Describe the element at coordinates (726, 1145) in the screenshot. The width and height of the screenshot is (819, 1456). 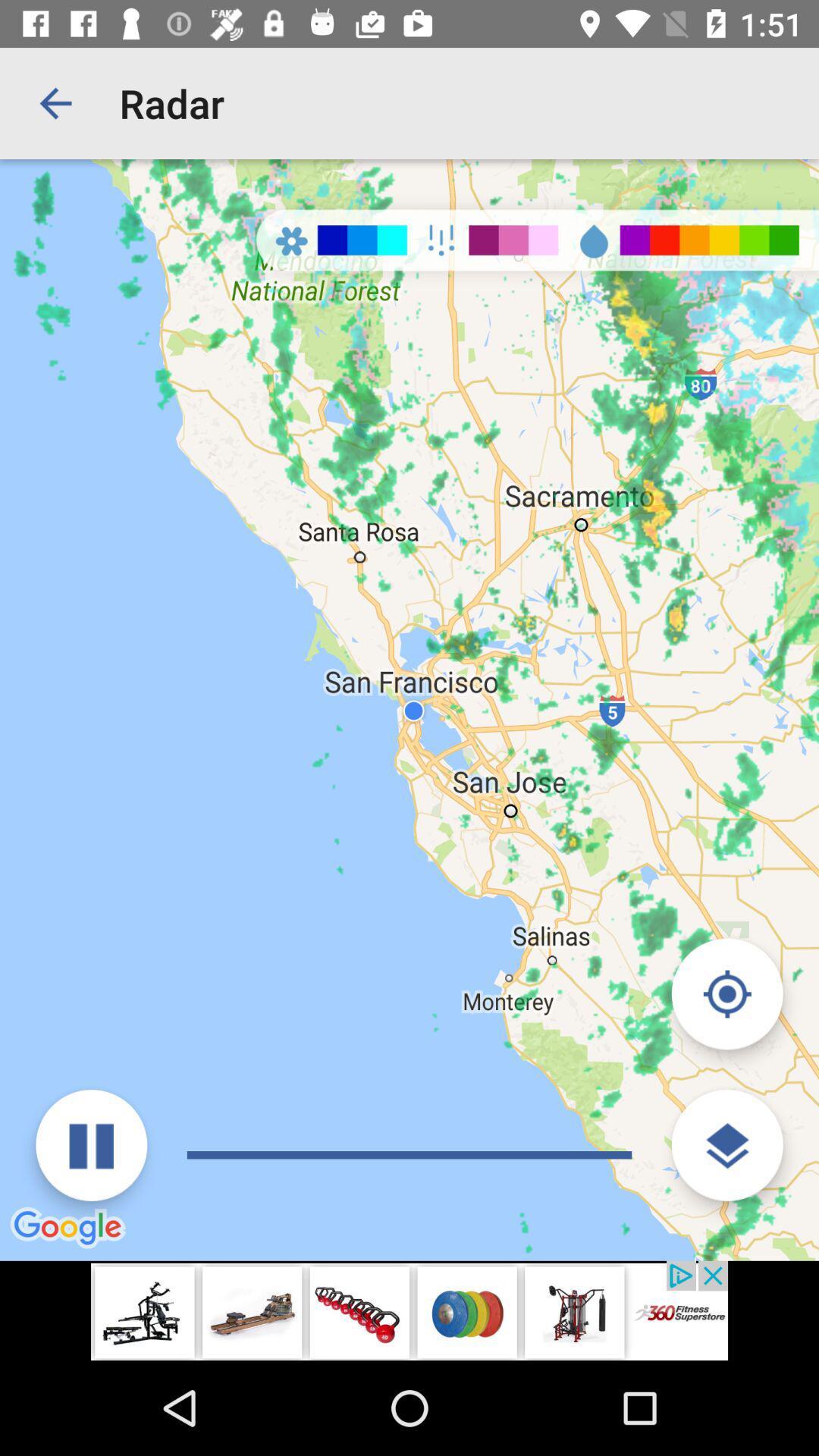
I see `get more information` at that location.